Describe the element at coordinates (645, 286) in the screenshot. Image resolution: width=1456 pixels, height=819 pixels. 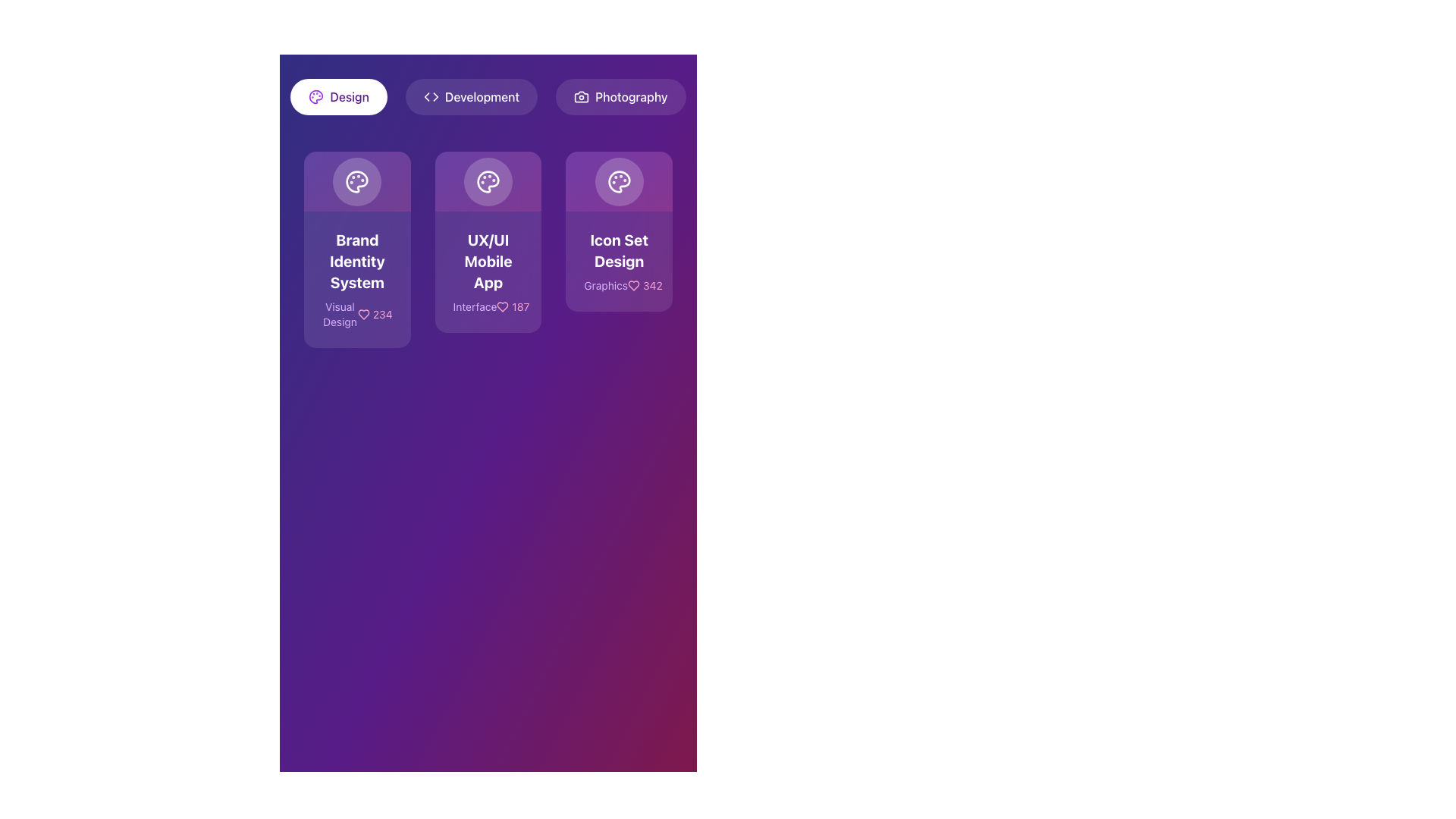
I see `the Static Label with Icon displaying the numeral '342' in pink color, located at the bottom-right of the 'Icon Set Design' card` at that location.